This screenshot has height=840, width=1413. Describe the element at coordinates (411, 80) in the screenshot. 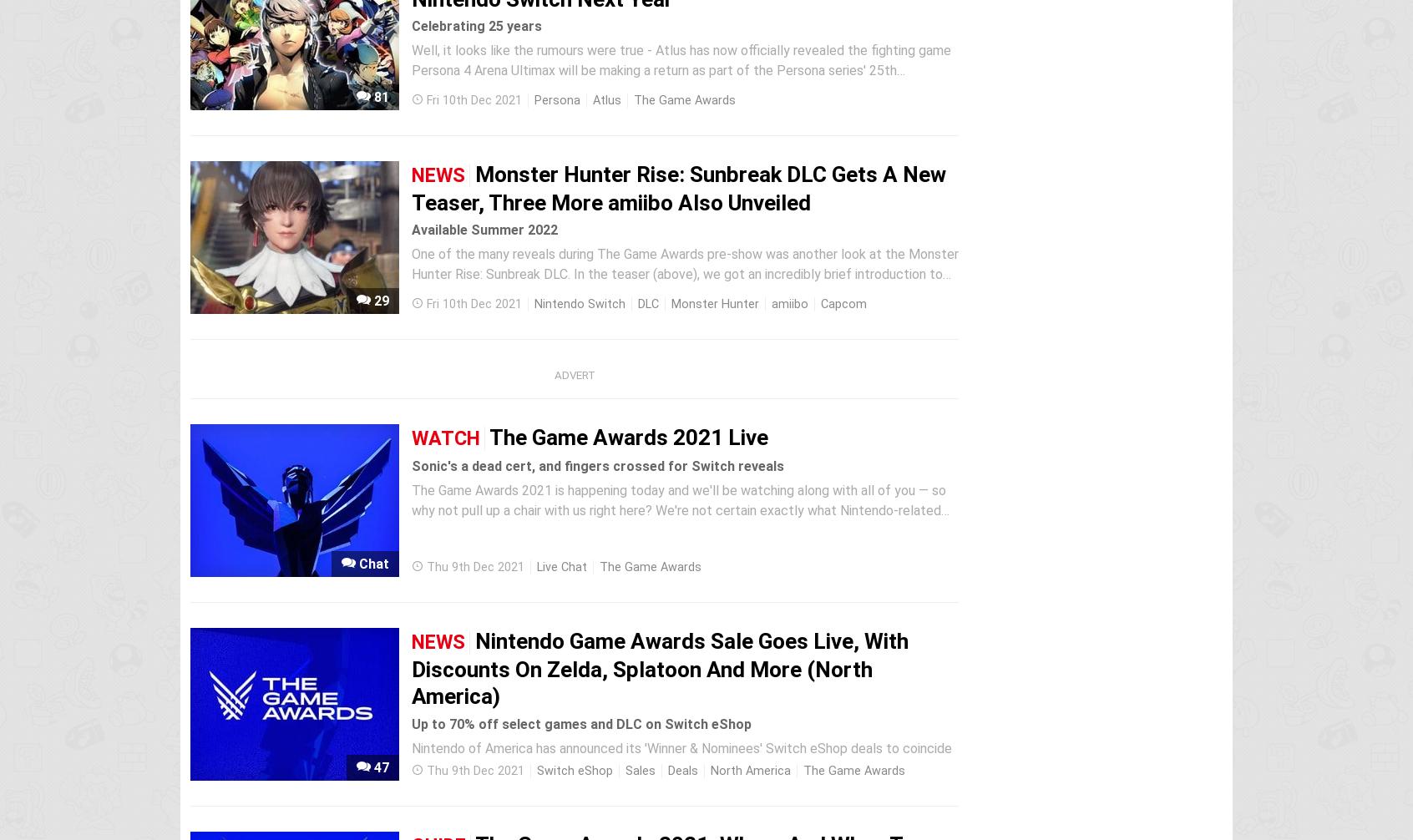

I see `'Well, it looks like the rumours were true - Atlus has now officially revealed the fighting game Persona 4 Arena Ultimax will be making a return as part of the Persona series' 25th anniversary celebrations. 
It'll be arriving on the Nintendo Switch and multiple other platforms next year on 17th March. According to Atlus, it'll...'` at that location.